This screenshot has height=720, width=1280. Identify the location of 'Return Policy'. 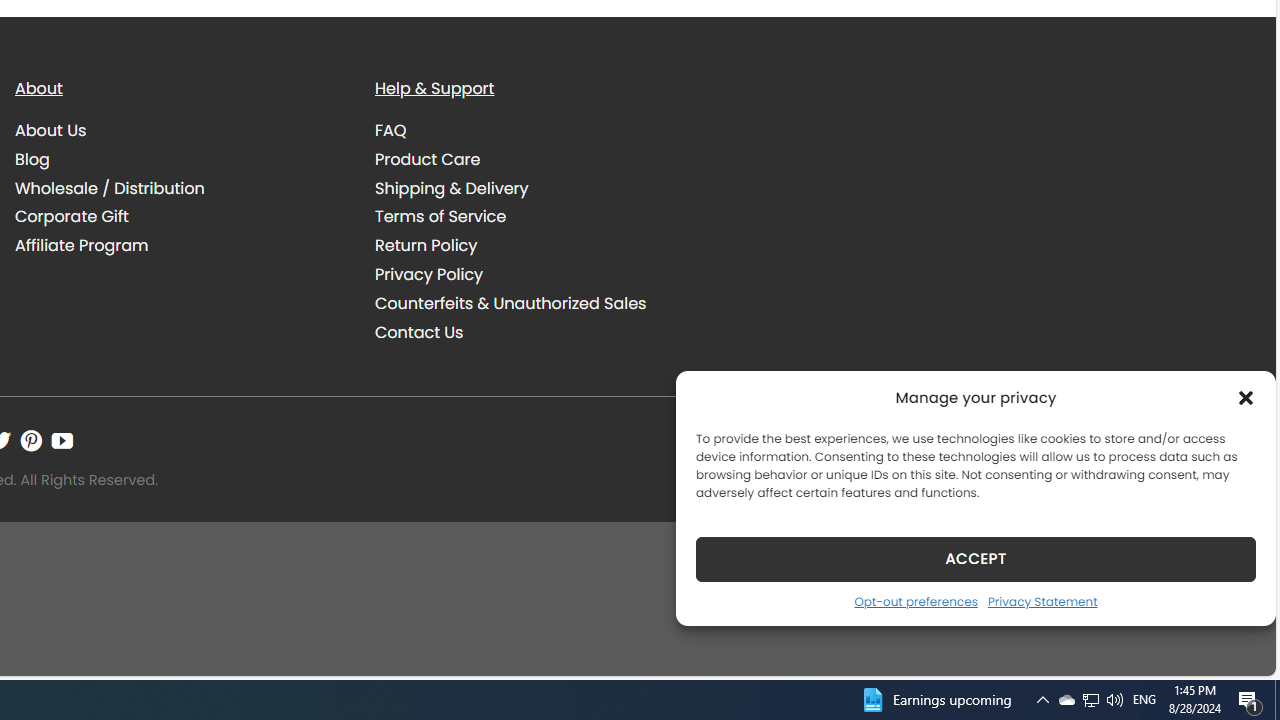
(540, 245).